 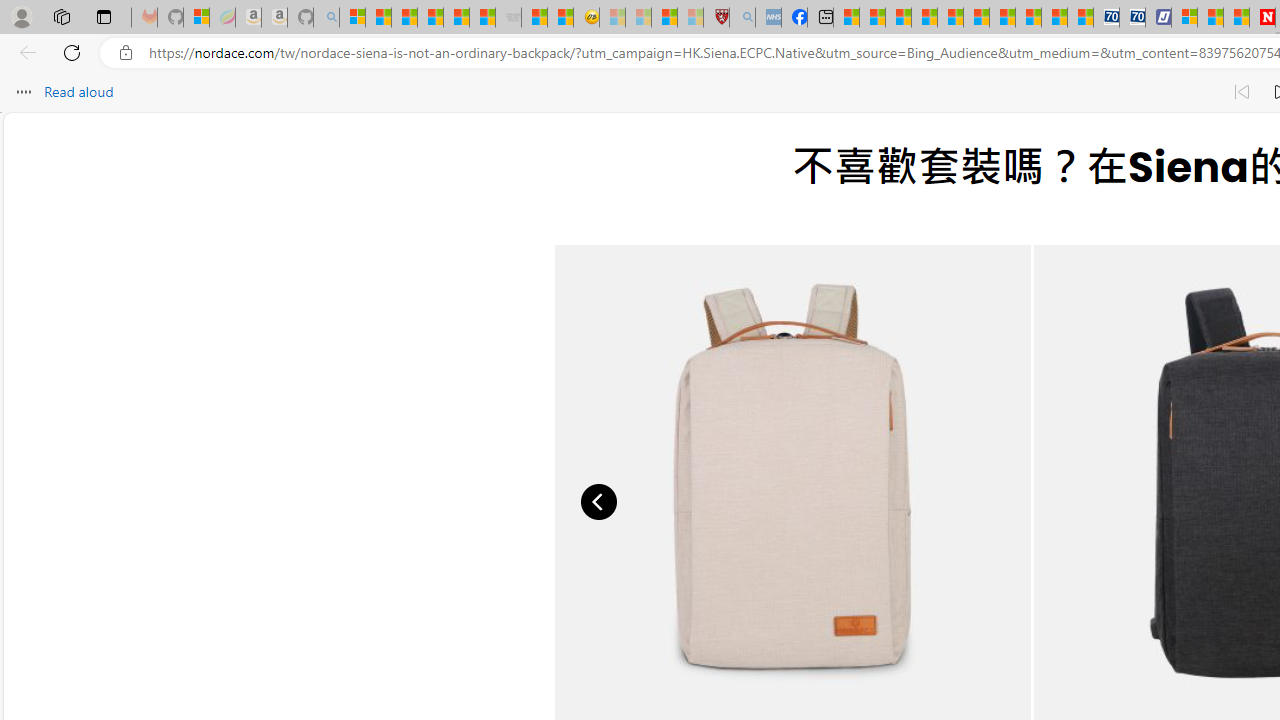 What do you see at coordinates (820, 17) in the screenshot?
I see `'New tab'` at bounding box center [820, 17].